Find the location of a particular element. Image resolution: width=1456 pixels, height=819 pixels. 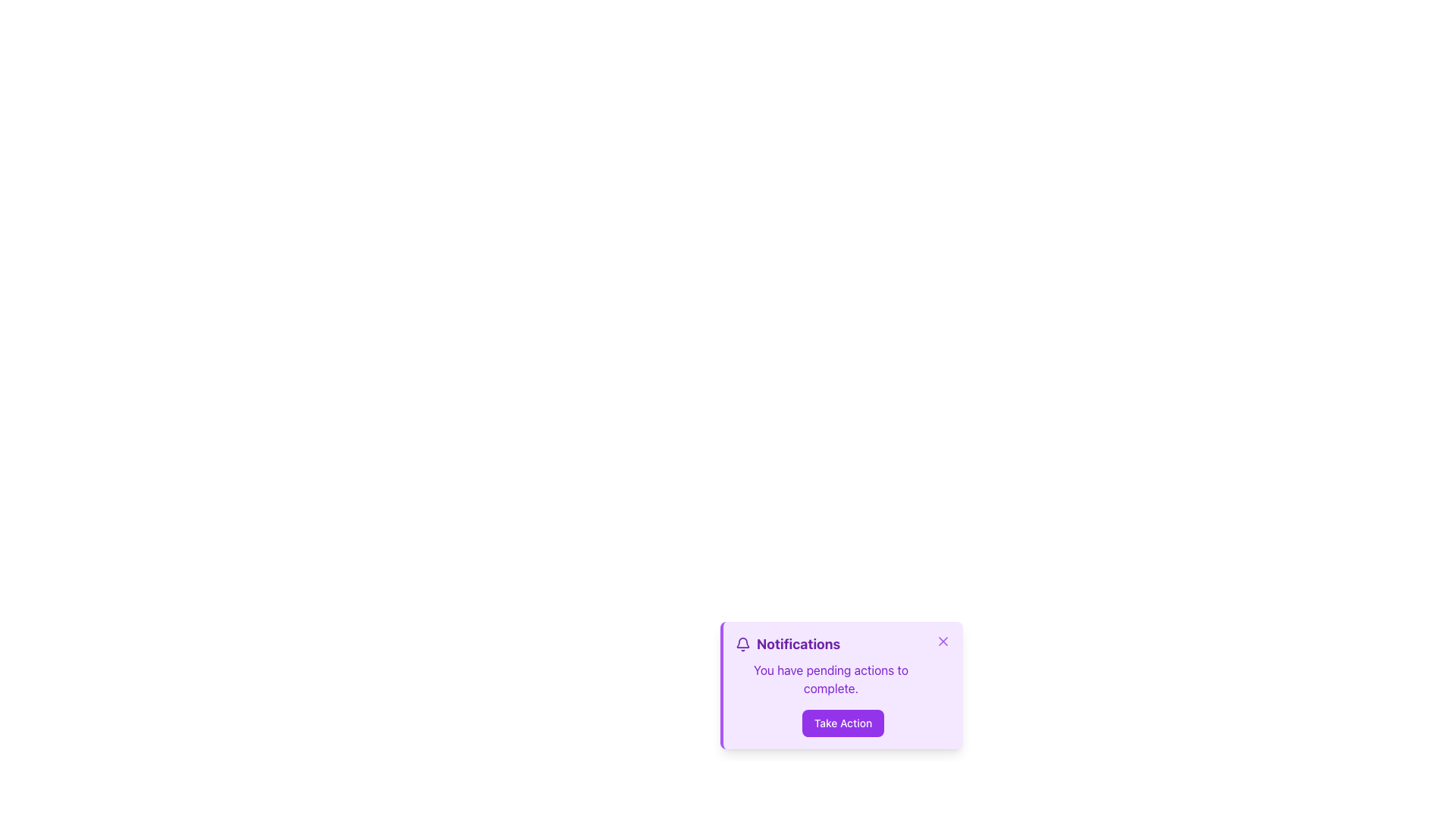

the rectangular button with a purple background and white text 'Take Action' is located at coordinates (843, 722).